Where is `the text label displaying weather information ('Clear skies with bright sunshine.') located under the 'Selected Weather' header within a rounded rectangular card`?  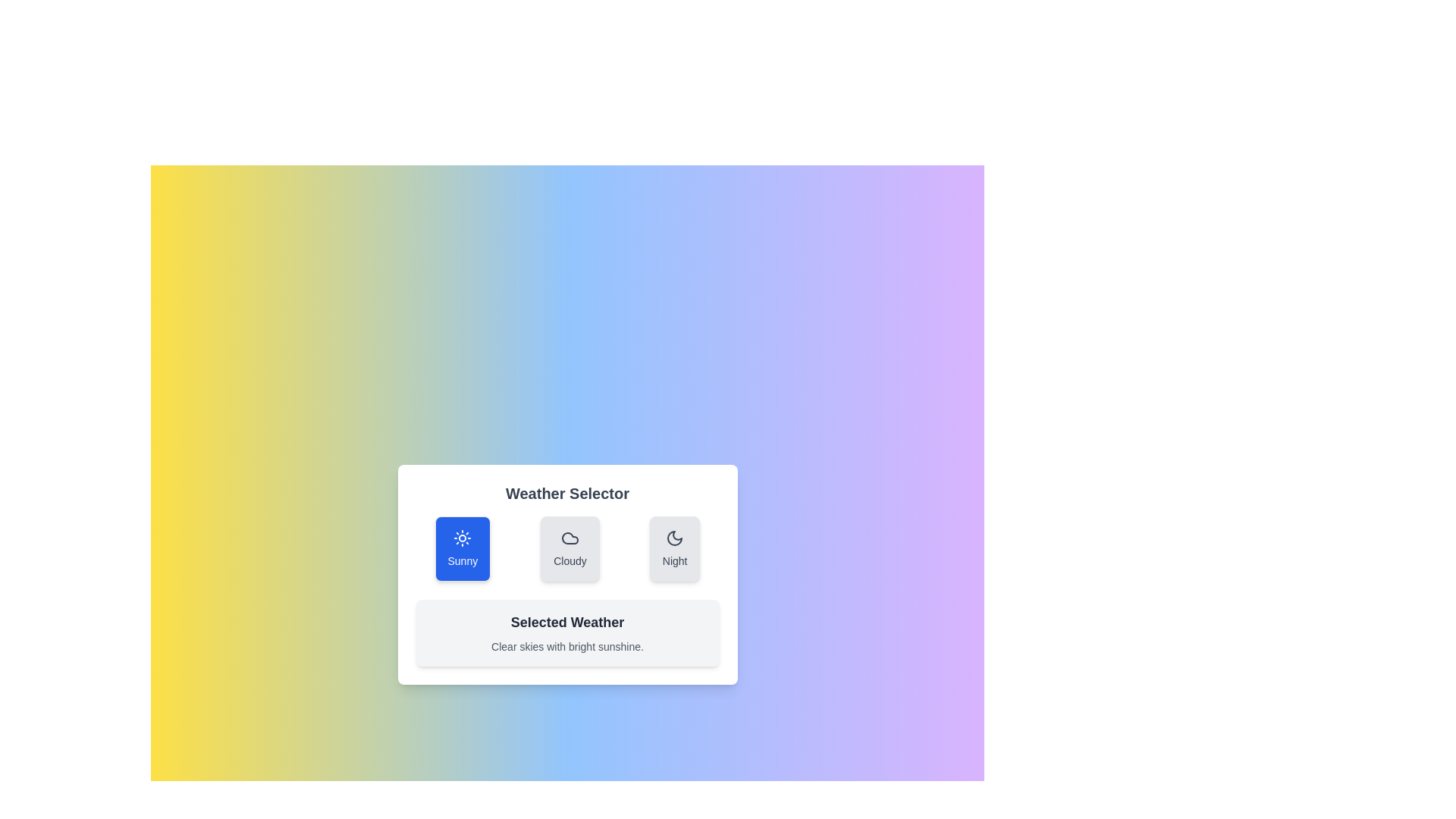
the text label displaying weather information ('Clear skies with bright sunshine.') located under the 'Selected Weather' header within a rounded rectangular card is located at coordinates (566, 646).